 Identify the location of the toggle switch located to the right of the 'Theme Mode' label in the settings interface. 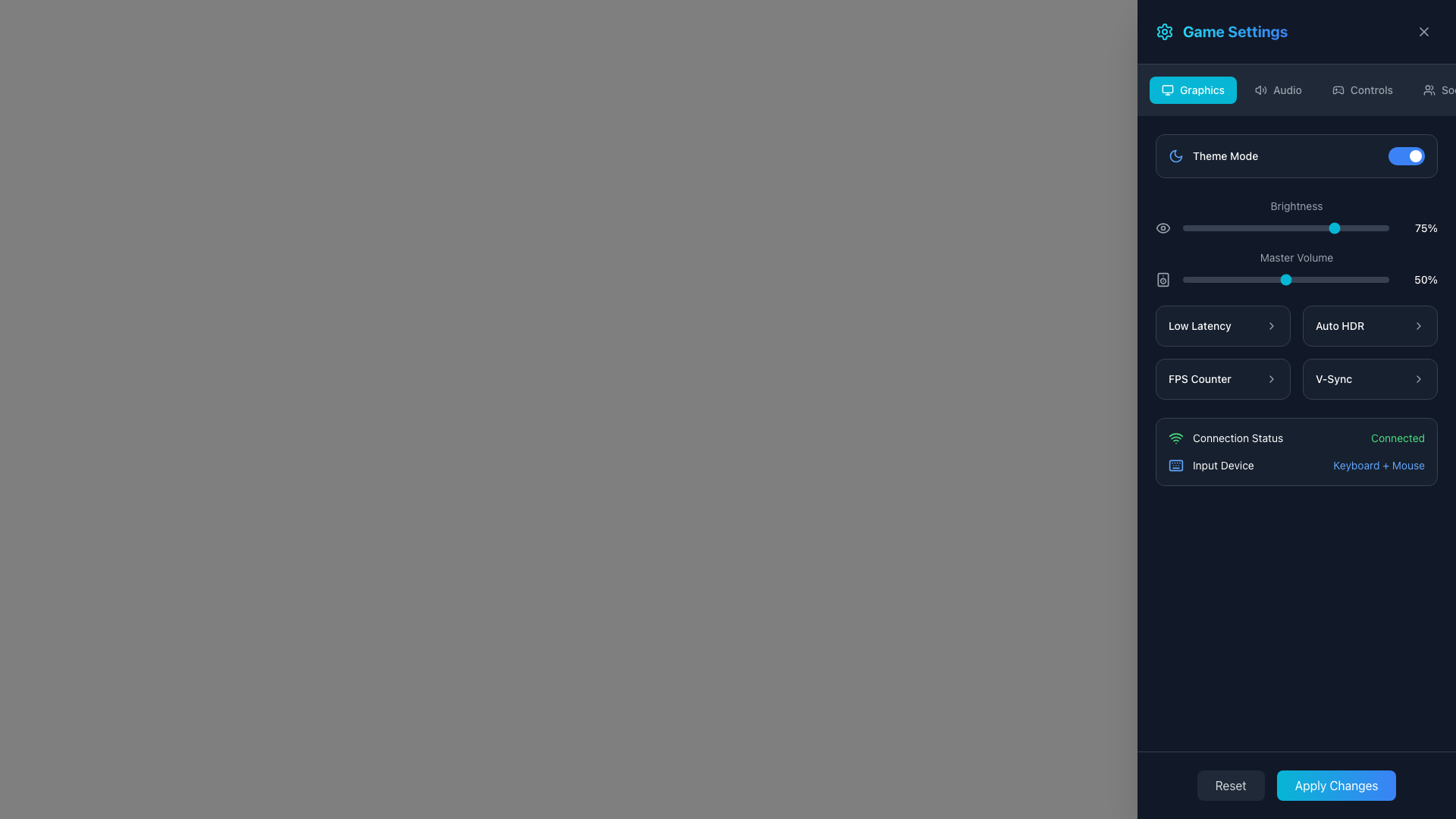
(1405, 155).